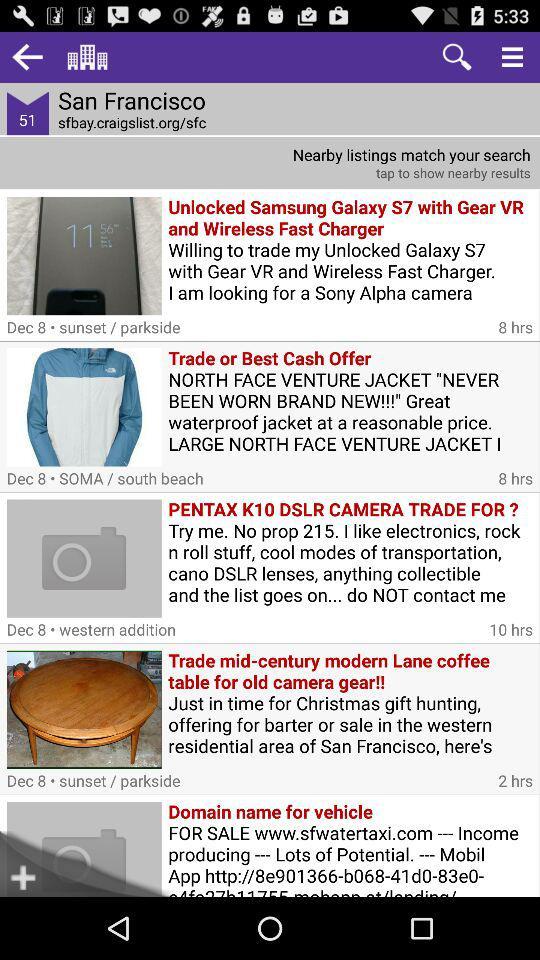  I want to click on search button, so click(457, 56).